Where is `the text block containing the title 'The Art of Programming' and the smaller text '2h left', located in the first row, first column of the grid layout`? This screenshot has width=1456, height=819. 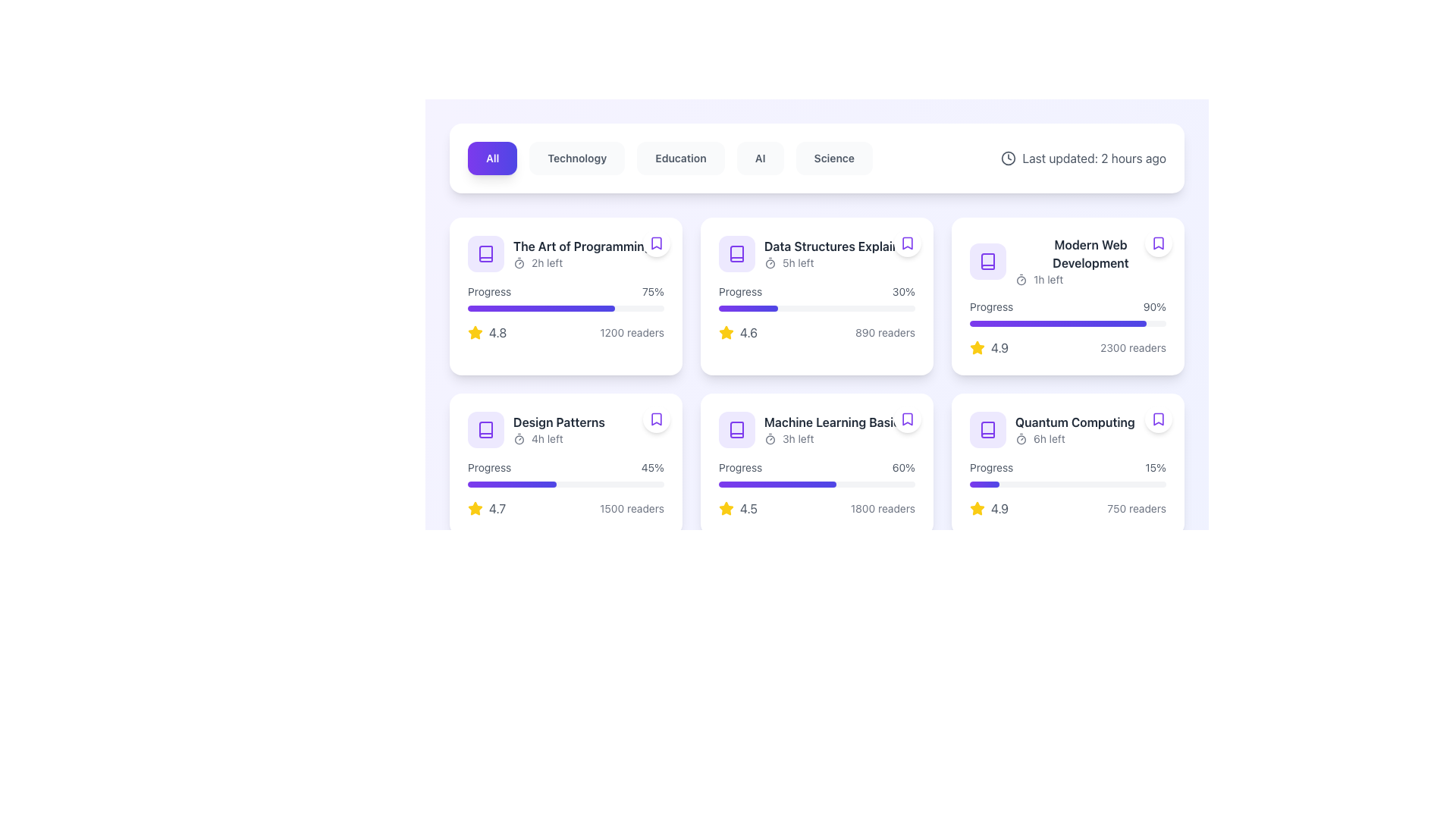
the text block containing the title 'The Art of Programming' and the smaller text '2h left', located in the first row, first column of the grid layout is located at coordinates (582, 253).